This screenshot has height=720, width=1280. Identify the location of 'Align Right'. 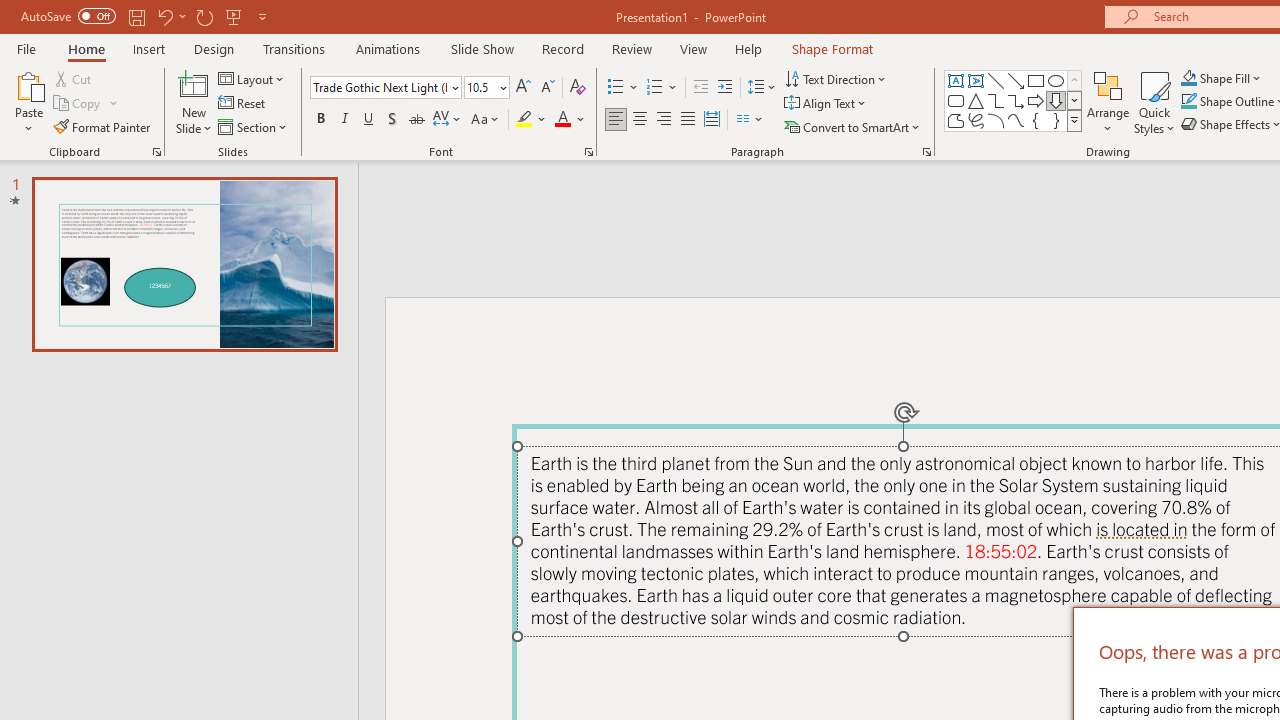
(663, 119).